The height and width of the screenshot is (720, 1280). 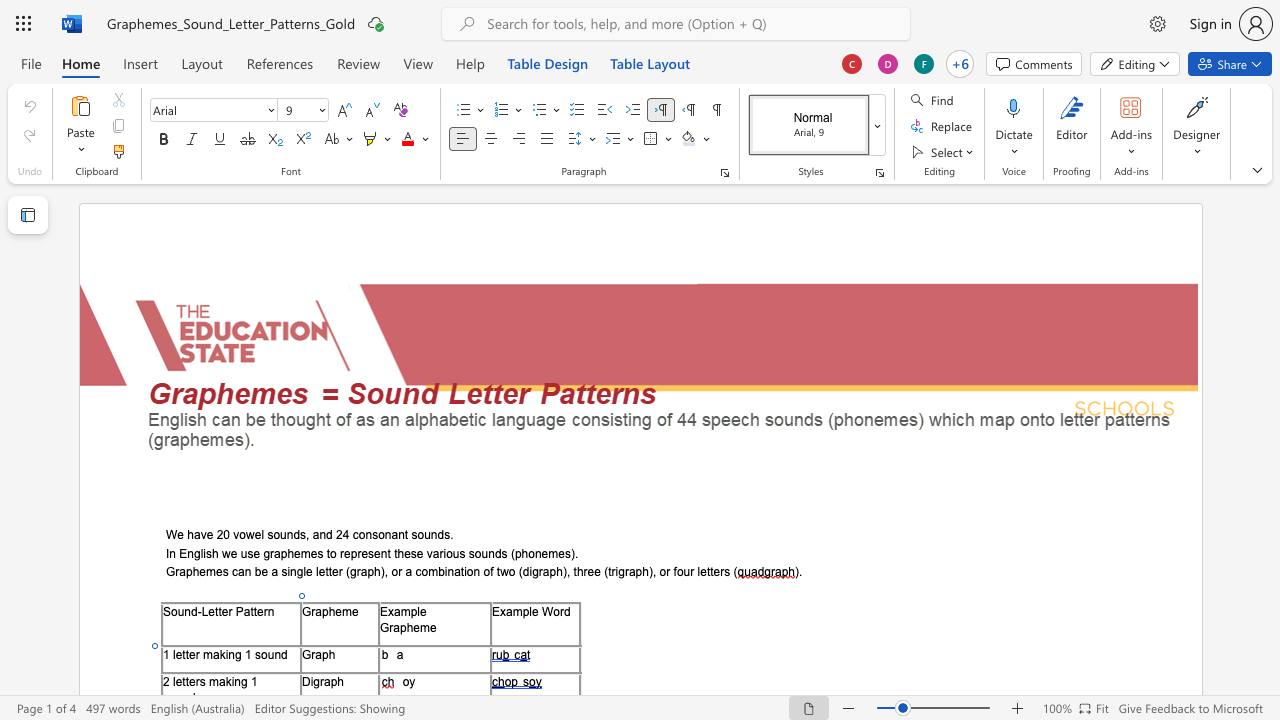 What do you see at coordinates (559, 610) in the screenshot?
I see `the space between the continuous character "o" and "r" in the text` at bounding box center [559, 610].